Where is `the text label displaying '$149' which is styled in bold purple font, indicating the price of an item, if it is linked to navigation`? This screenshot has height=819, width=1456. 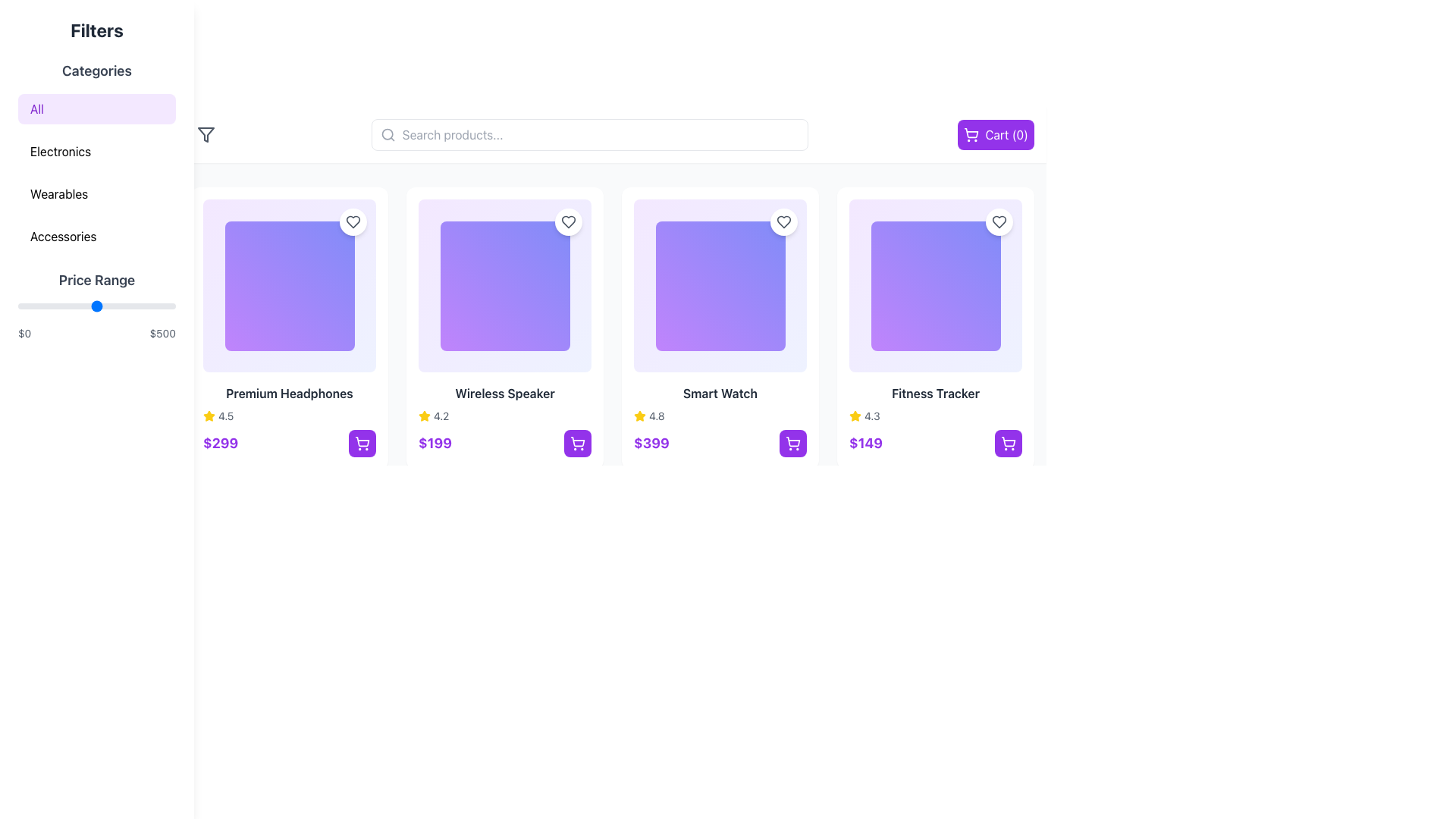 the text label displaying '$149' which is styled in bold purple font, indicating the price of an item, if it is linked to navigation is located at coordinates (866, 444).